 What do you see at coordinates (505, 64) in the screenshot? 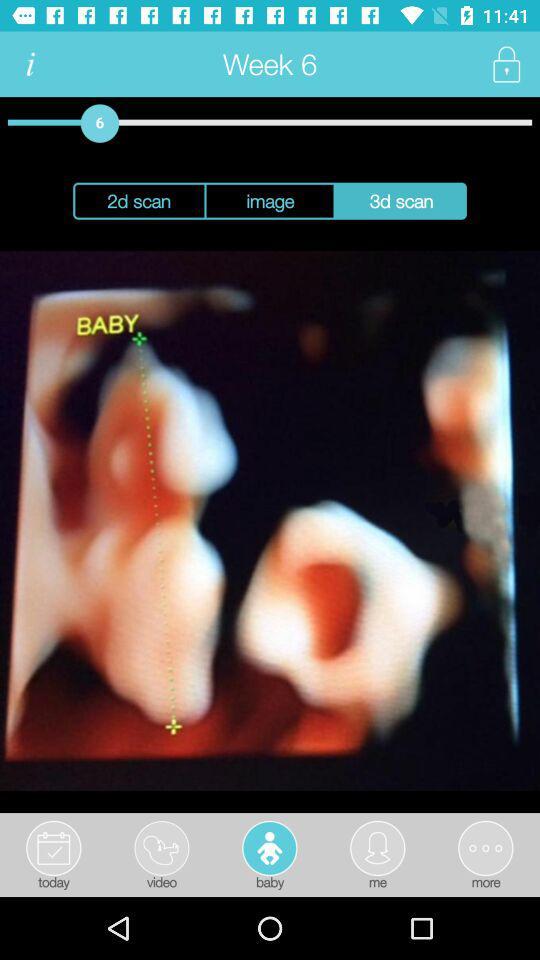
I see `this` at bounding box center [505, 64].